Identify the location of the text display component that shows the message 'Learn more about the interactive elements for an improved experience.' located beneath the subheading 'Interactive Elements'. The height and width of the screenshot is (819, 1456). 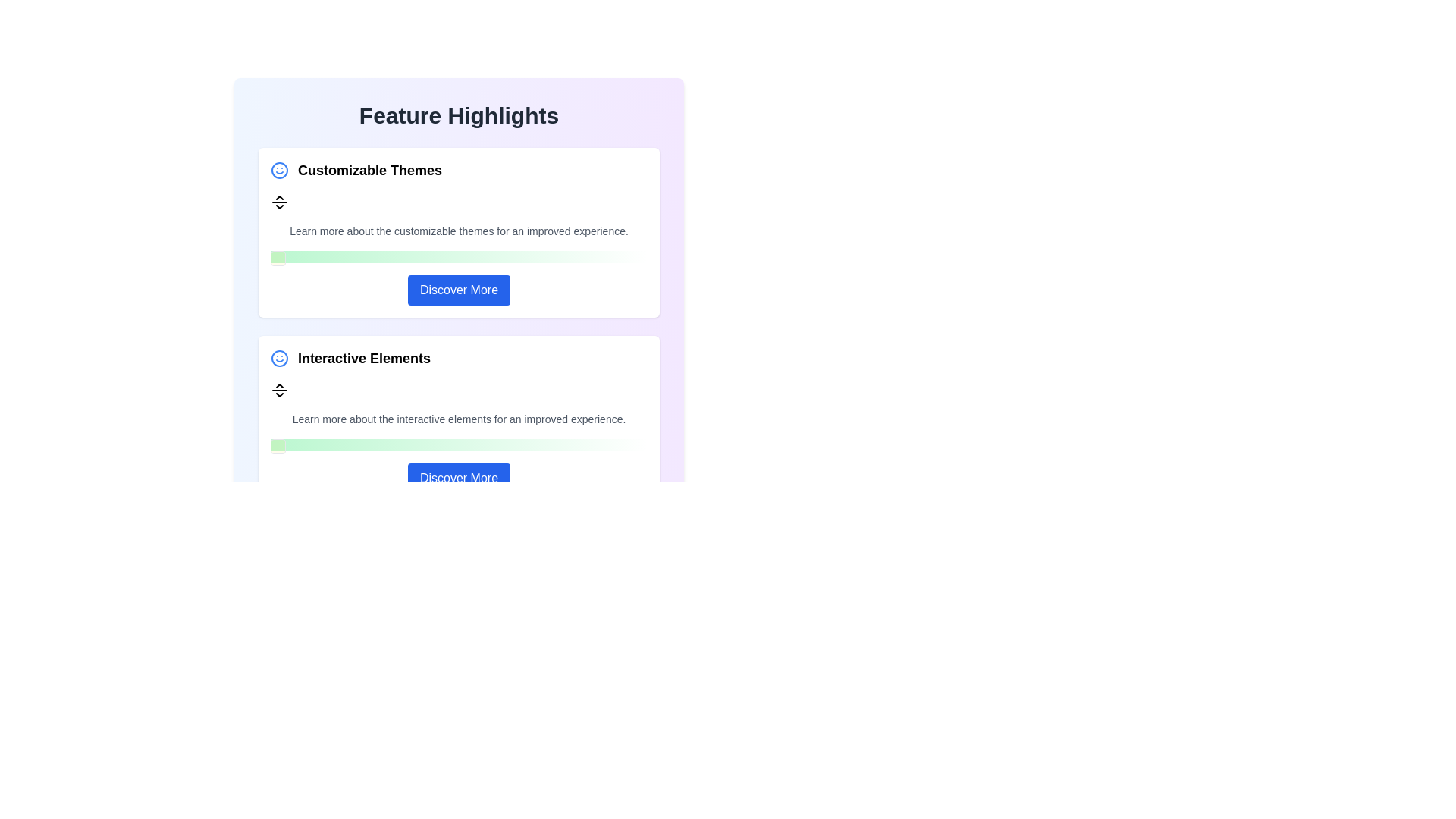
(458, 419).